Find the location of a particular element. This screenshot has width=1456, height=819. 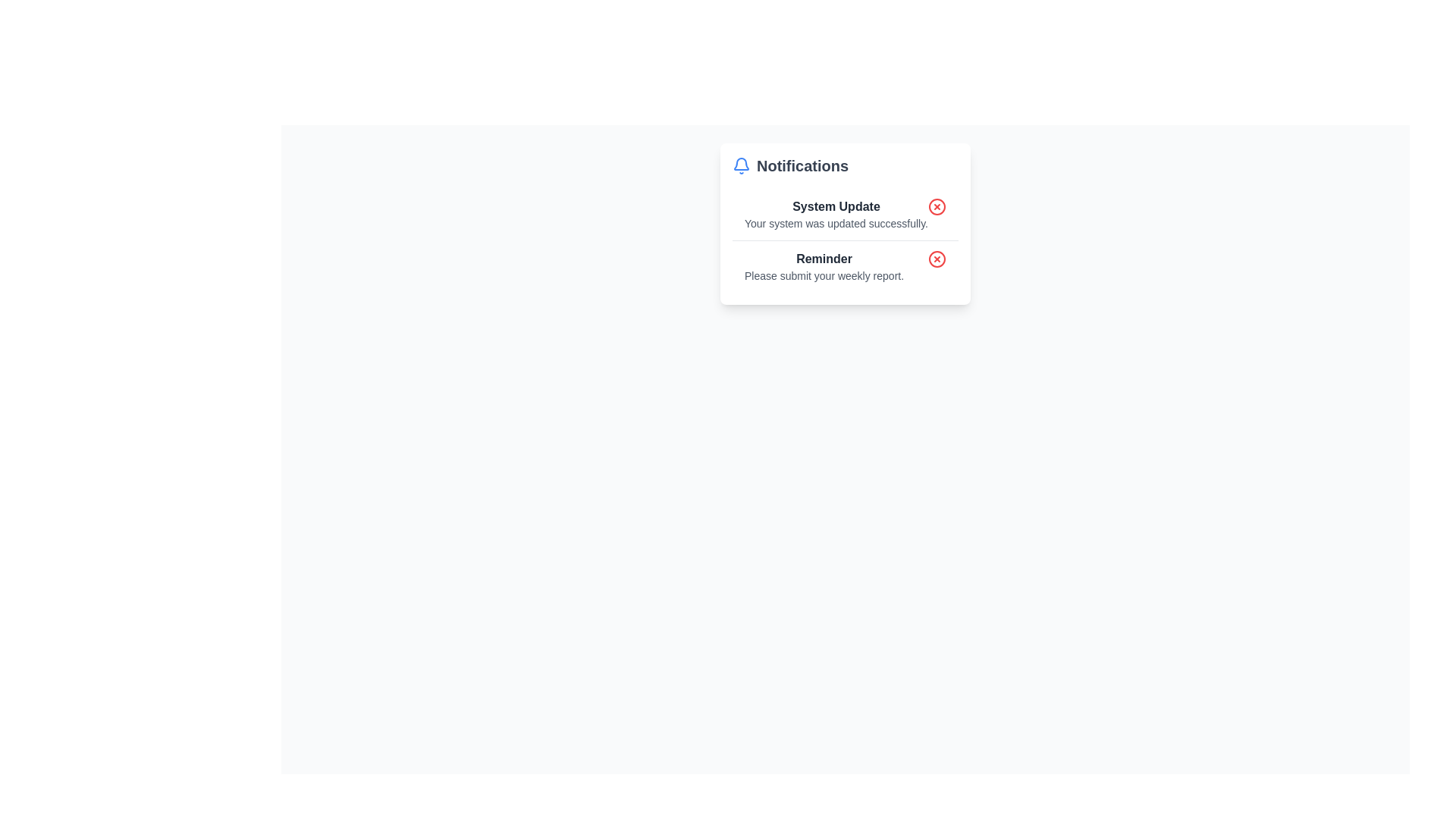

the notification entry titled 'System Update' which indicates that 'Your system was updated successfully.' is located at coordinates (844, 214).